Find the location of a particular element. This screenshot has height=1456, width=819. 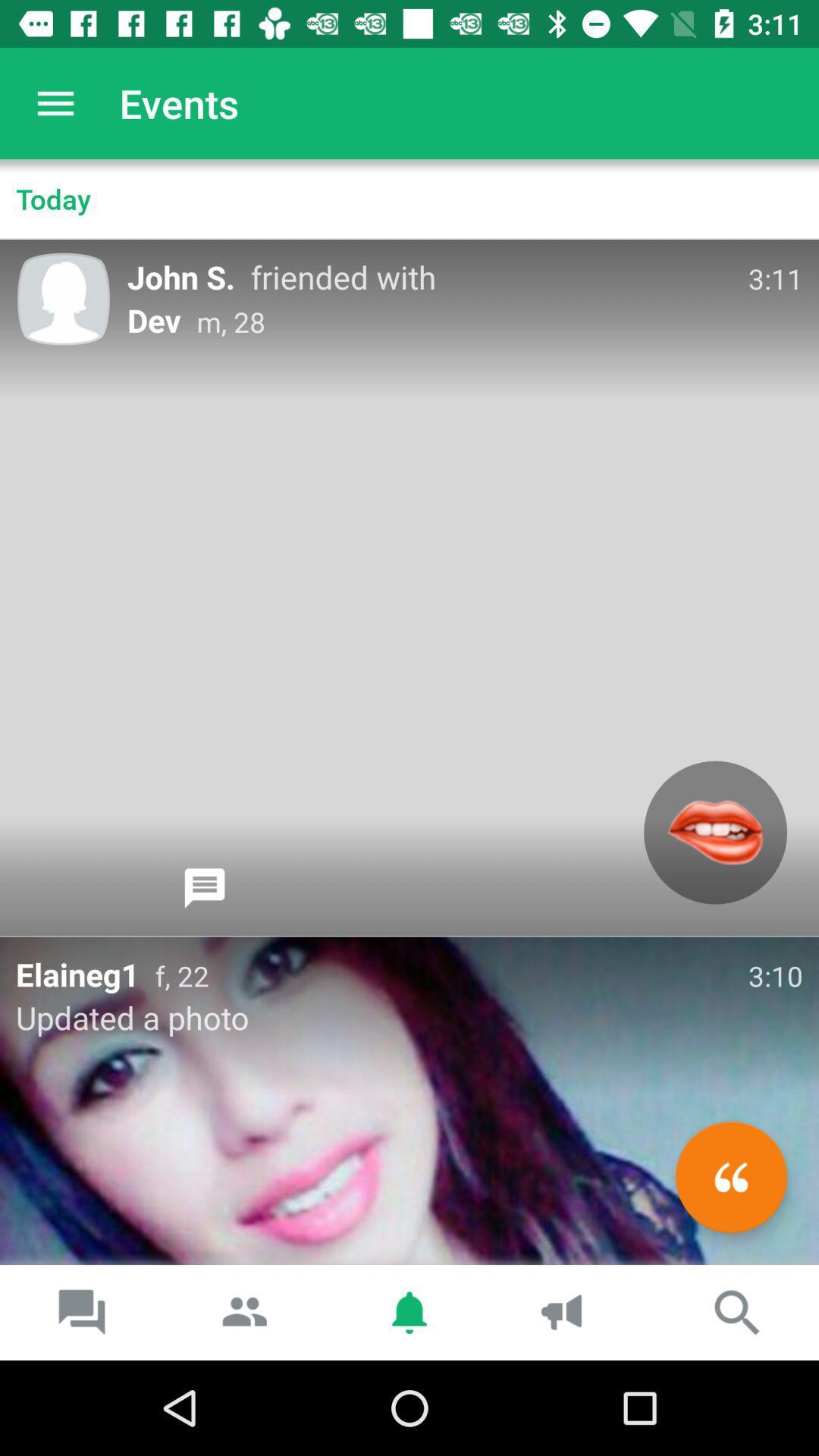

write to a friend is located at coordinates (730, 1176).